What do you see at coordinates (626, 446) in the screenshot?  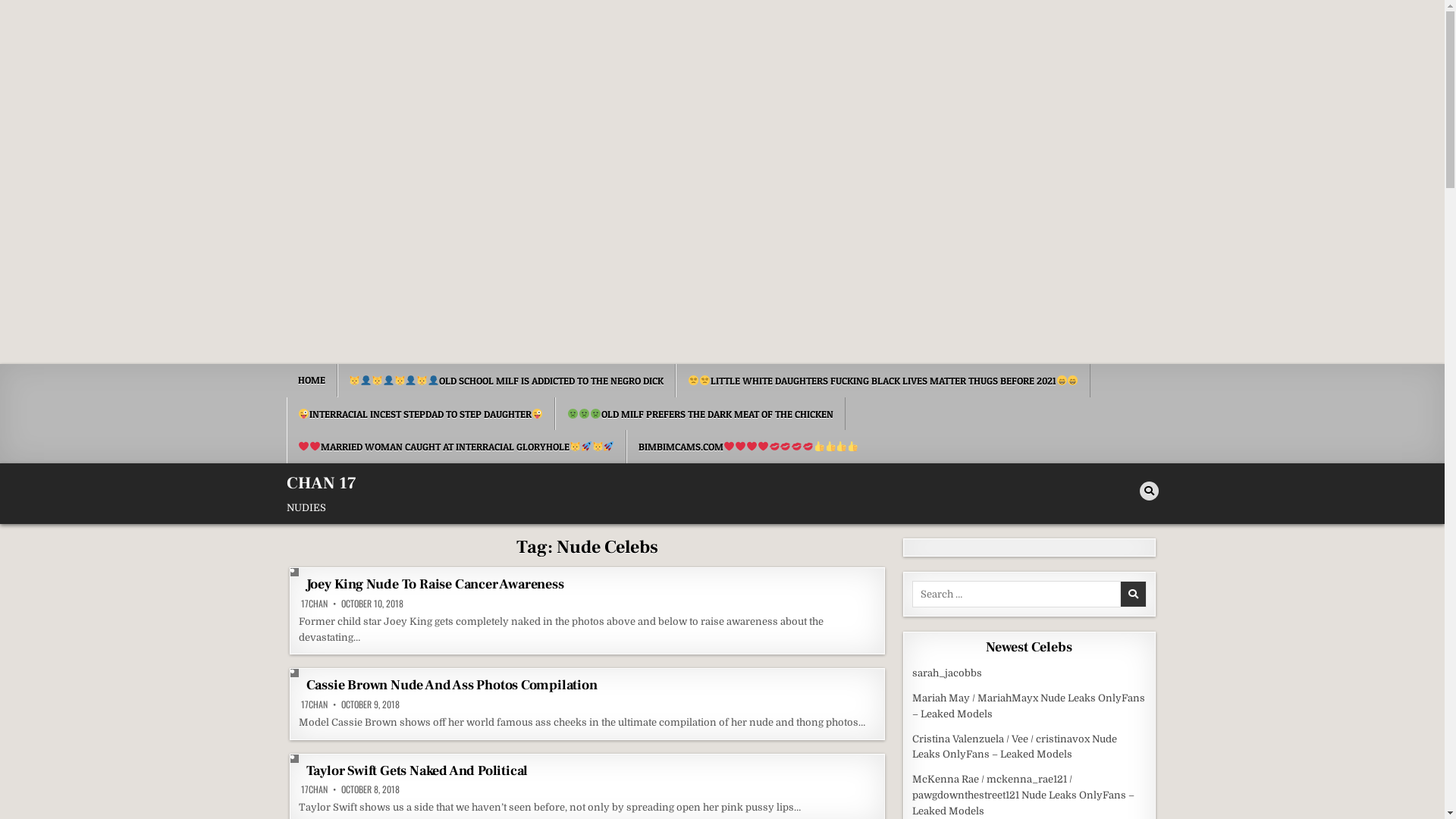 I see `'BIMBIMCAMS.COM'` at bounding box center [626, 446].